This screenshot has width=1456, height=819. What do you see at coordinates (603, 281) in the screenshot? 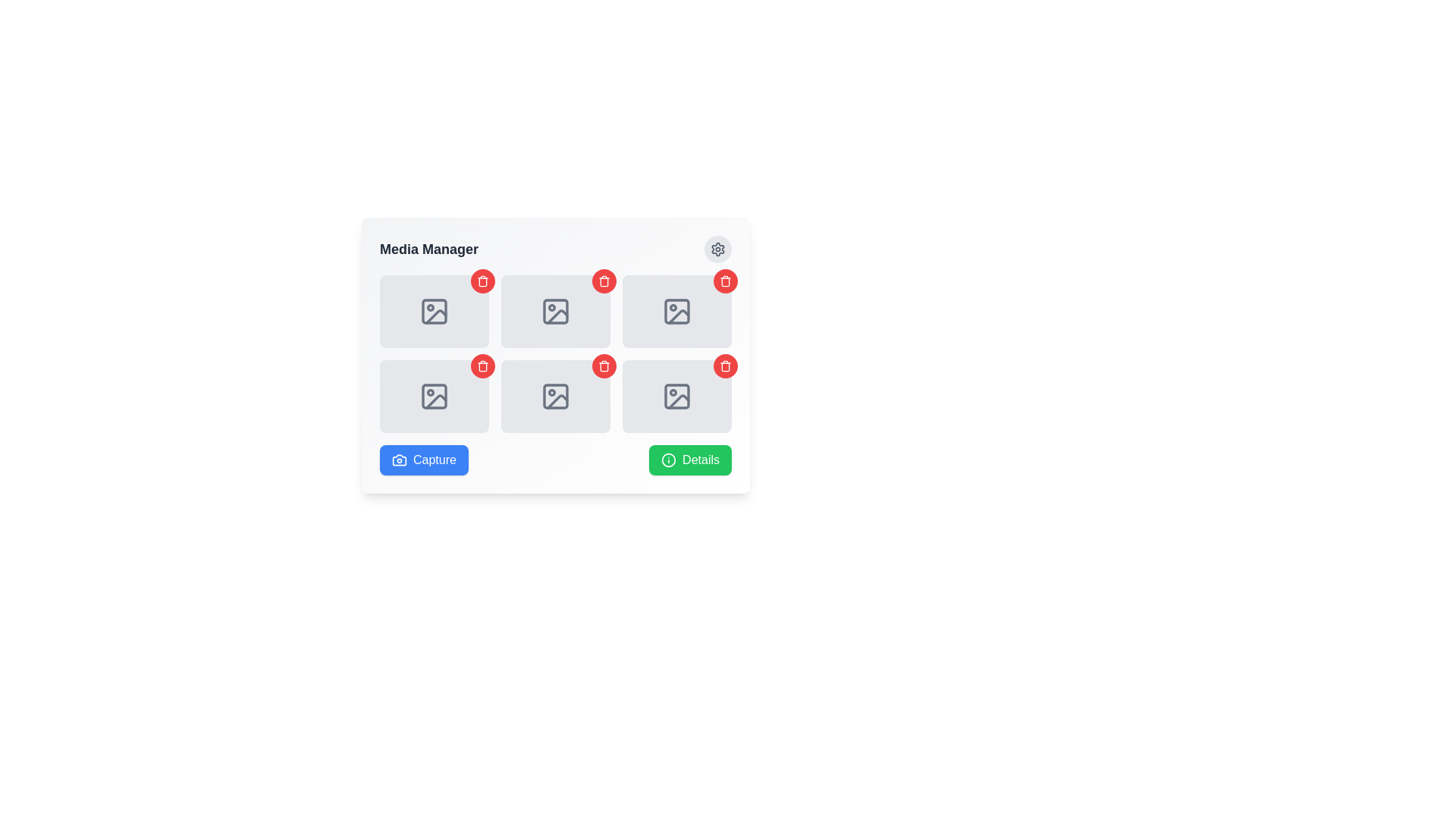
I see `the trash can icon component, which is part of a grid layout in the third column of the second row, designed for deletion purposes` at bounding box center [603, 281].